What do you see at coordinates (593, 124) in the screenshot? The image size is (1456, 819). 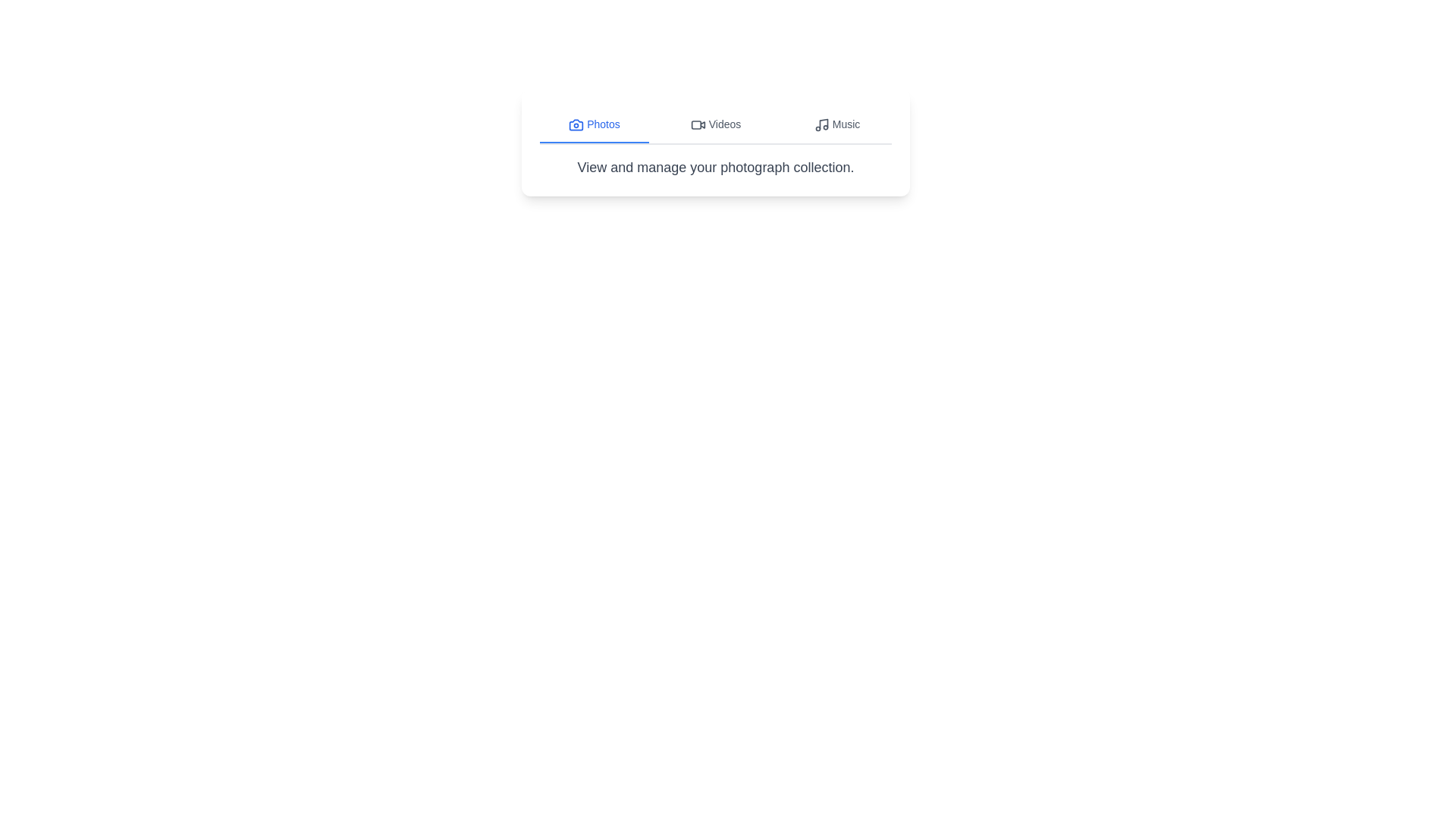 I see `the tab labeled Photos` at bounding box center [593, 124].